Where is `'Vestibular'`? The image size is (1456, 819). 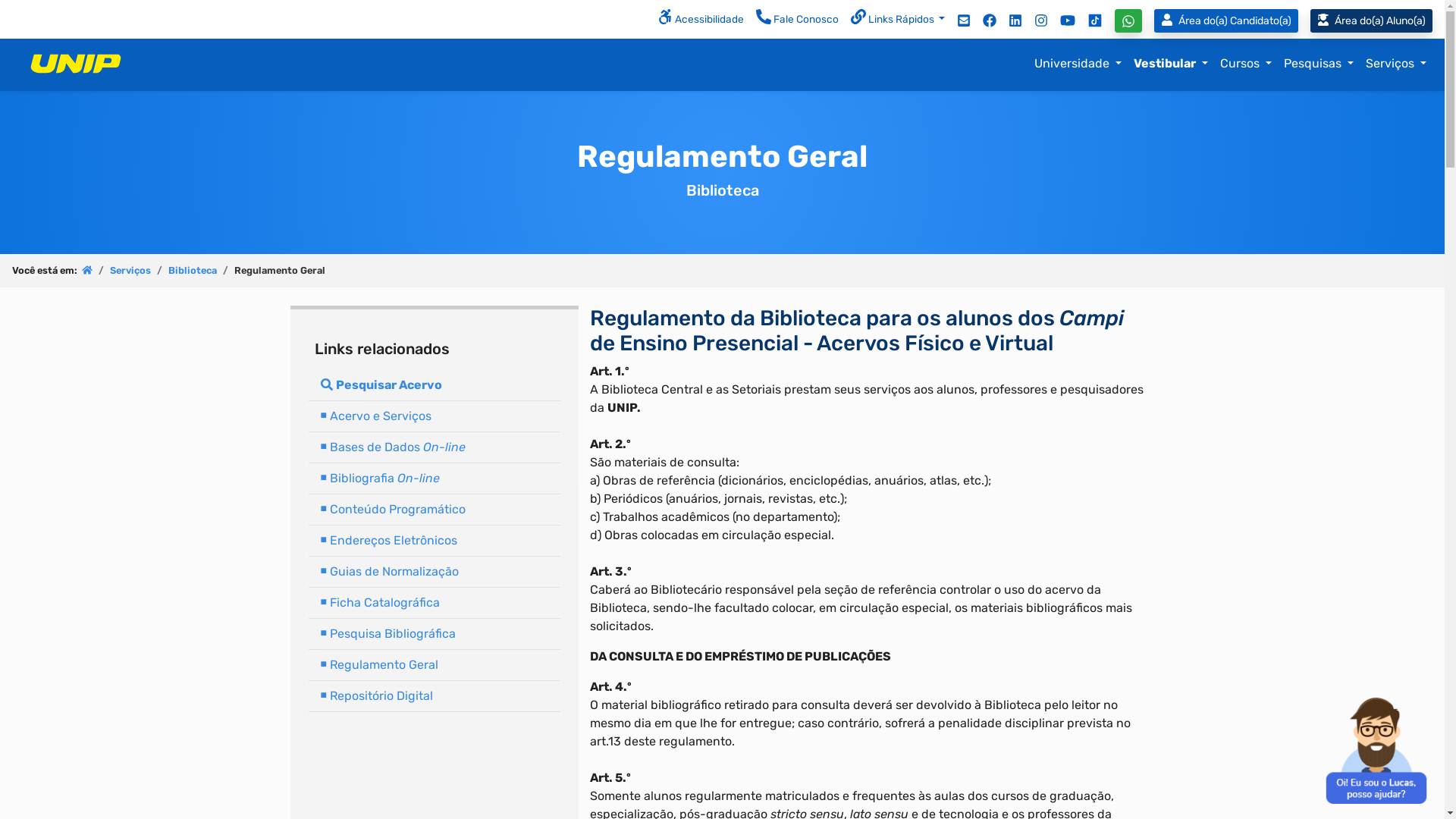 'Vestibular' is located at coordinates (1128, 63).